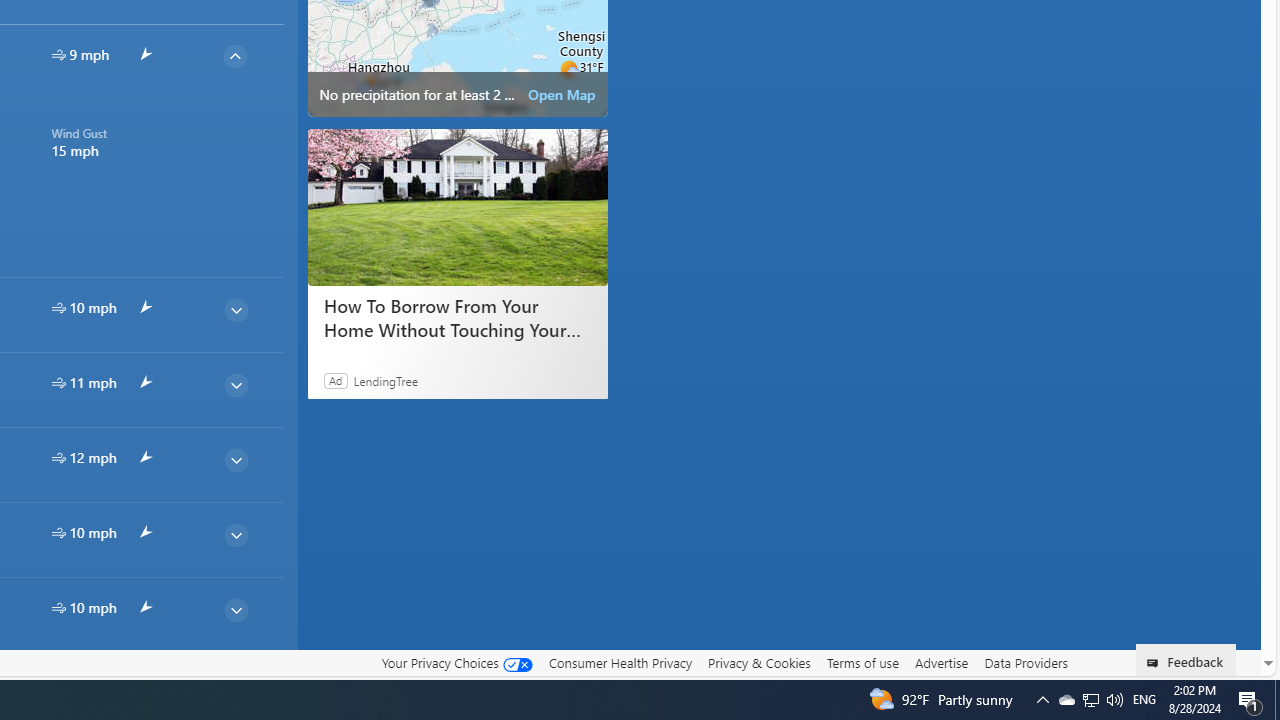 Image resolution: width=1280 pixels, height=720 pixels. What do you see at coordinates (385, 380) in the screenshot?
I see `'LendingTree'` at bounding box center [385, 380].